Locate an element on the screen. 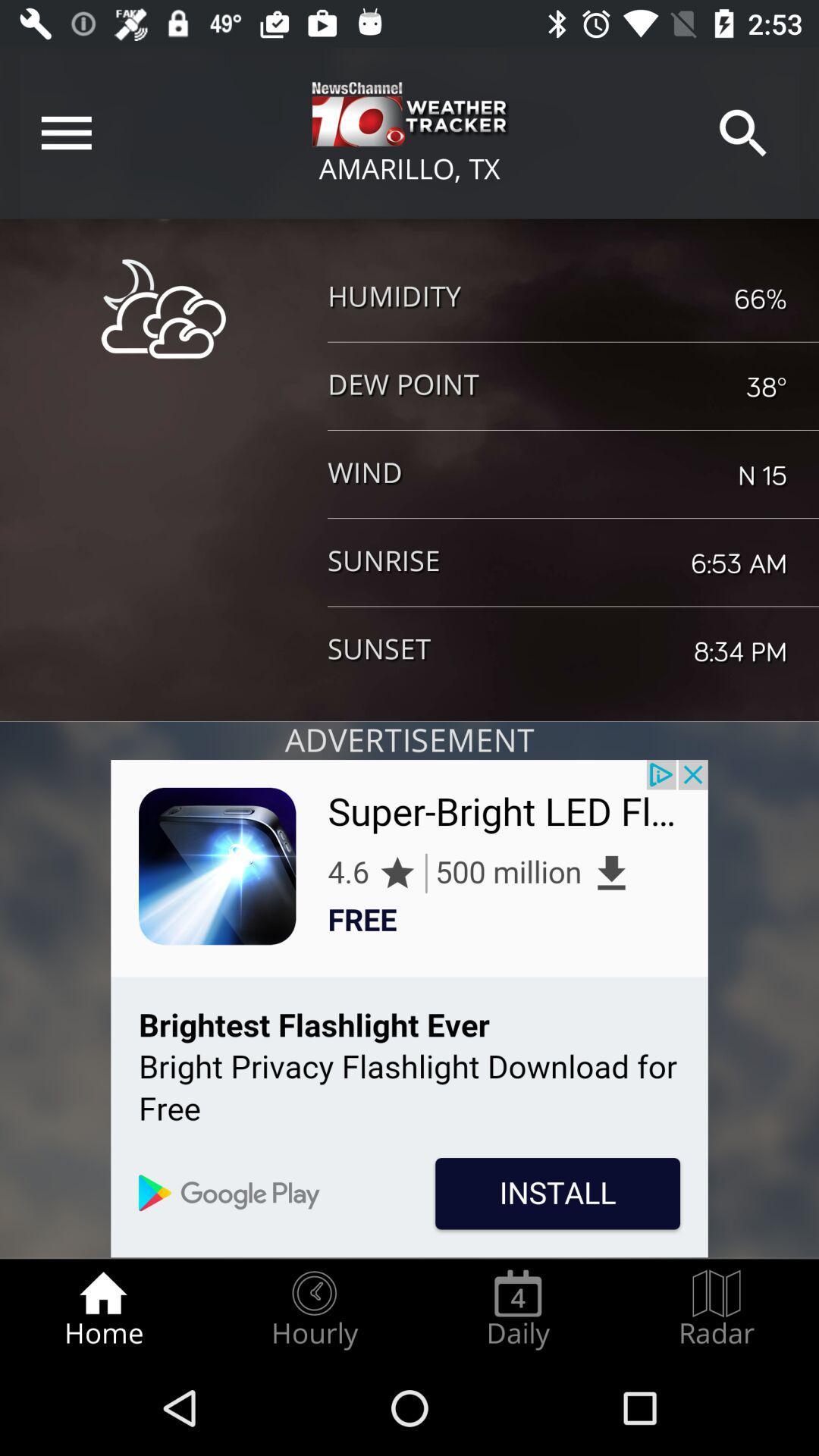 This screenshot has height=1456, width=819. home is located at coordinates (102, 1309).